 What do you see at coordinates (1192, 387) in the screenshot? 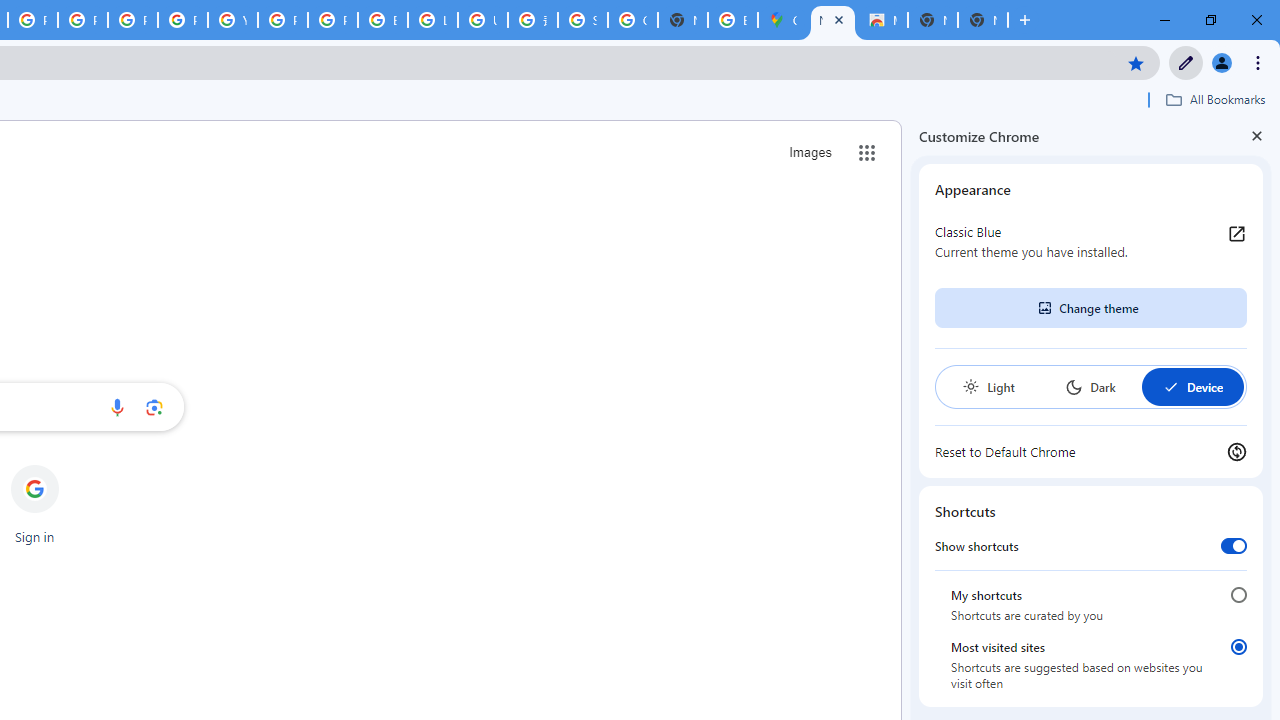
I see `'Device'` at bounding box center [1192, 387].